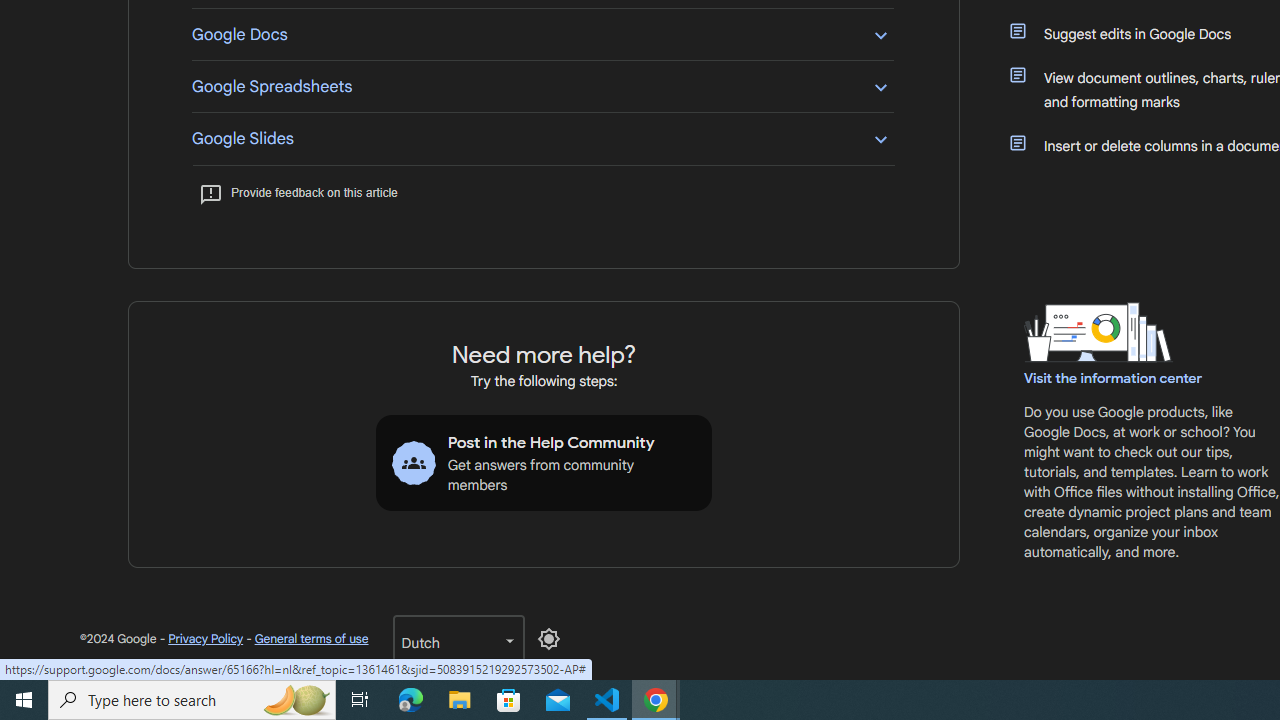 The width and height of the screenshot is (1280, 720). I want to click on 'Google Slides', so click(542, 137).